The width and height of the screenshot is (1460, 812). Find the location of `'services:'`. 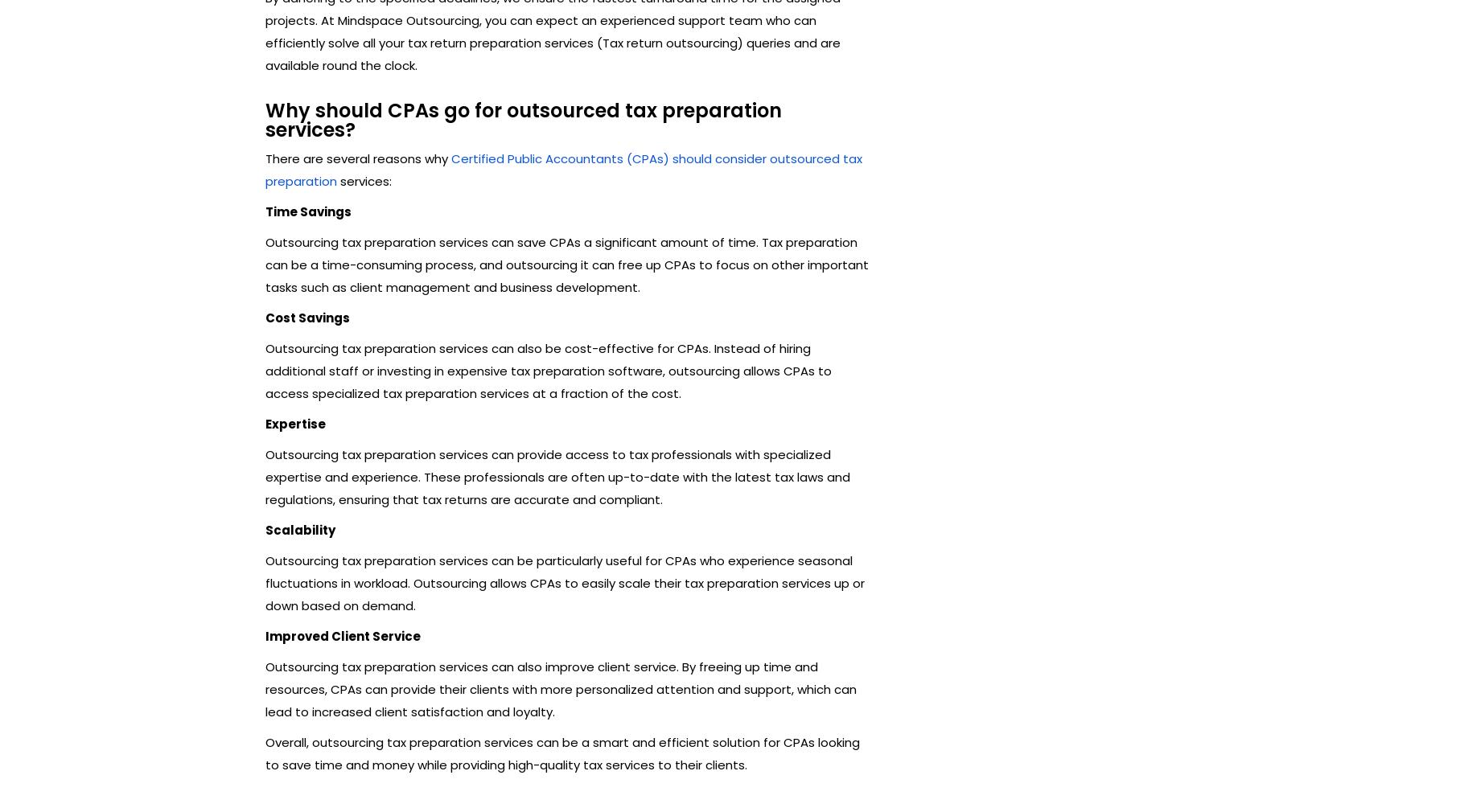

'services:' is located at coordinates (364, 179).